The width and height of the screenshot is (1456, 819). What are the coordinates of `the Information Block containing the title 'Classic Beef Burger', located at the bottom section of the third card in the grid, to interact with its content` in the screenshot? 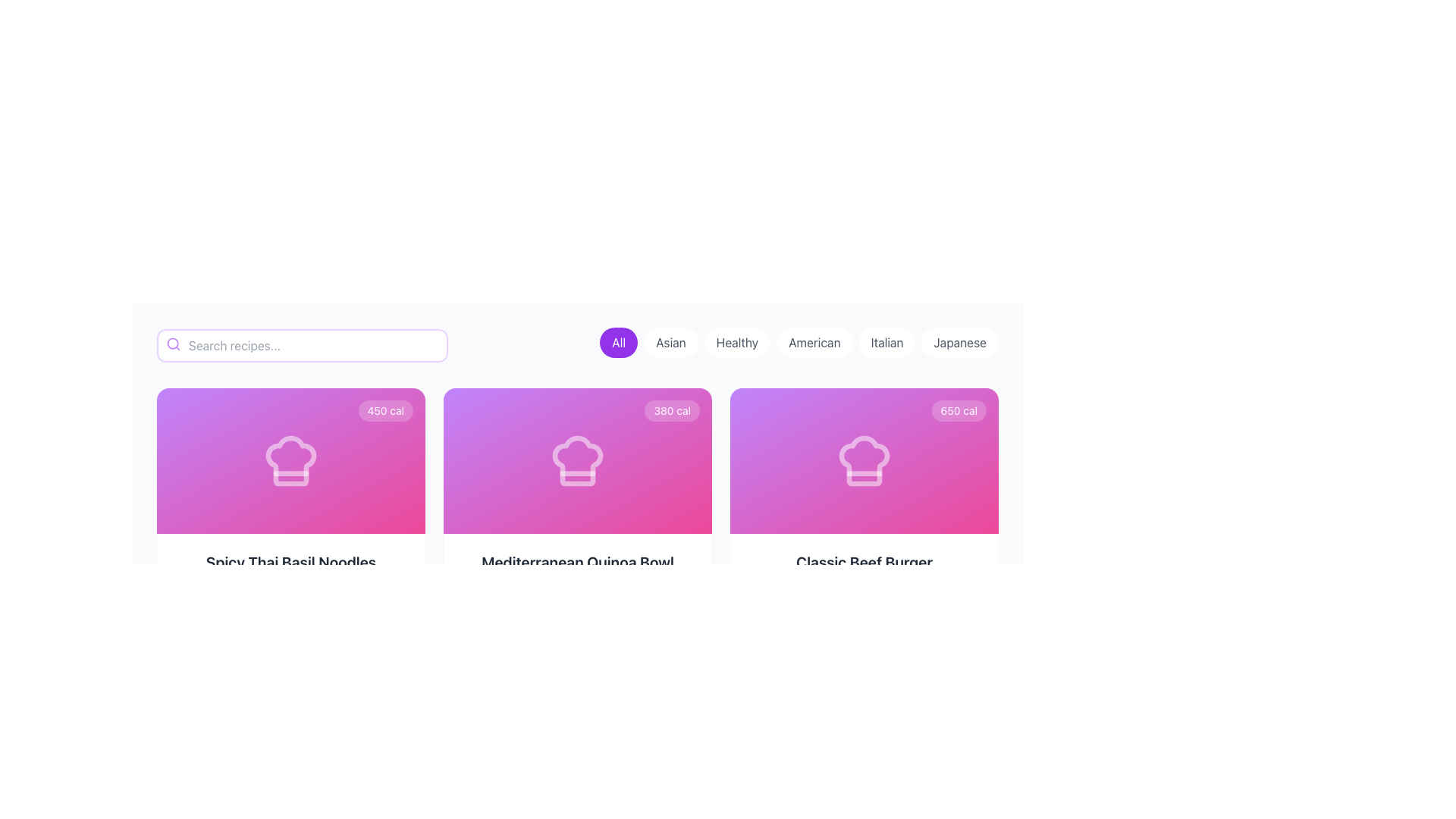 It's located at (864, 590).